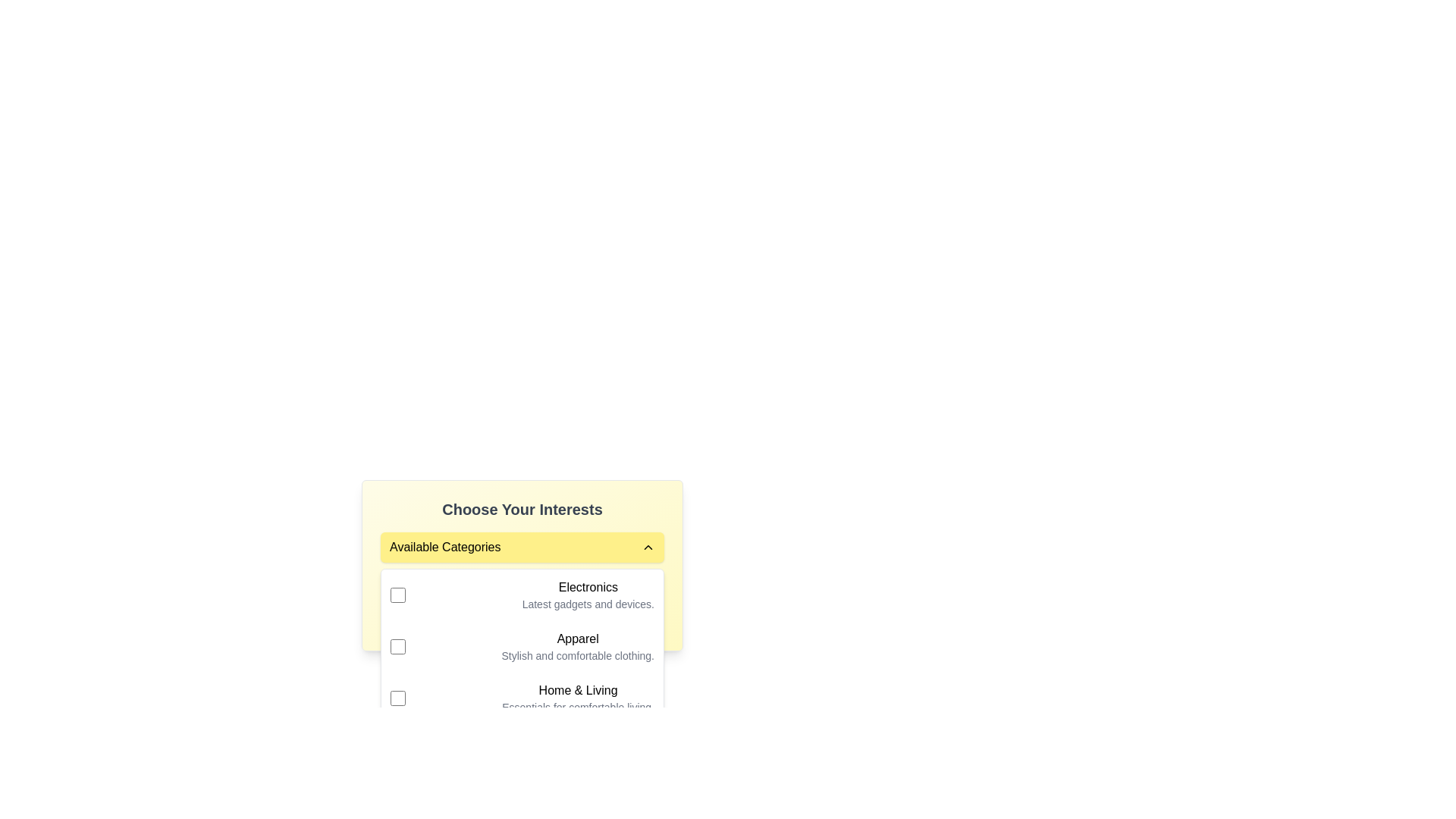  Describe the element at coordinates (522, 698) in the screenshot. I see `the checkbox next to the 'Home & Living' option in the dropdown menu under 'Available Categories'` at that location.